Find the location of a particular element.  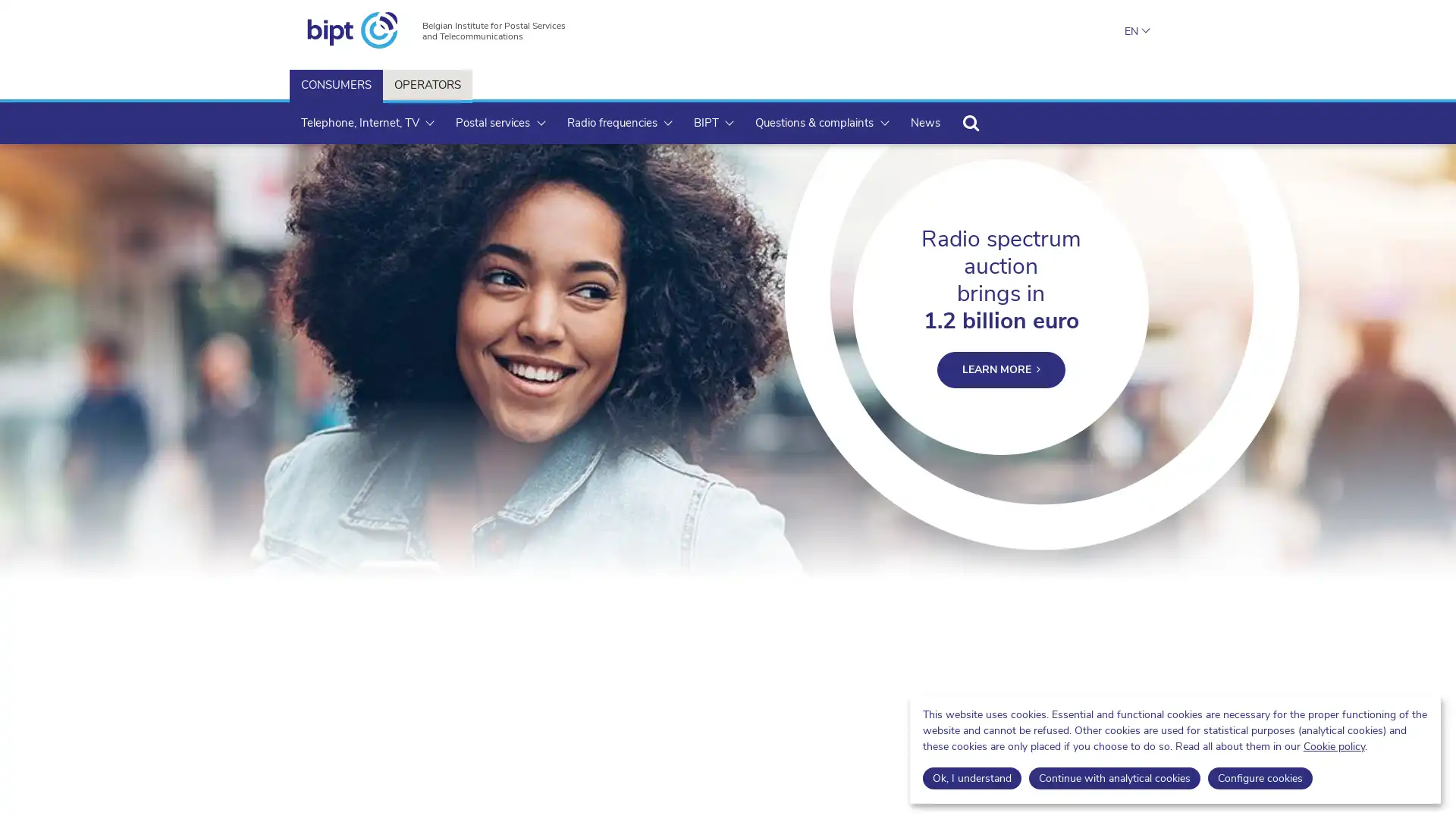

Ok, I understand is located at coordinates (971, 778).